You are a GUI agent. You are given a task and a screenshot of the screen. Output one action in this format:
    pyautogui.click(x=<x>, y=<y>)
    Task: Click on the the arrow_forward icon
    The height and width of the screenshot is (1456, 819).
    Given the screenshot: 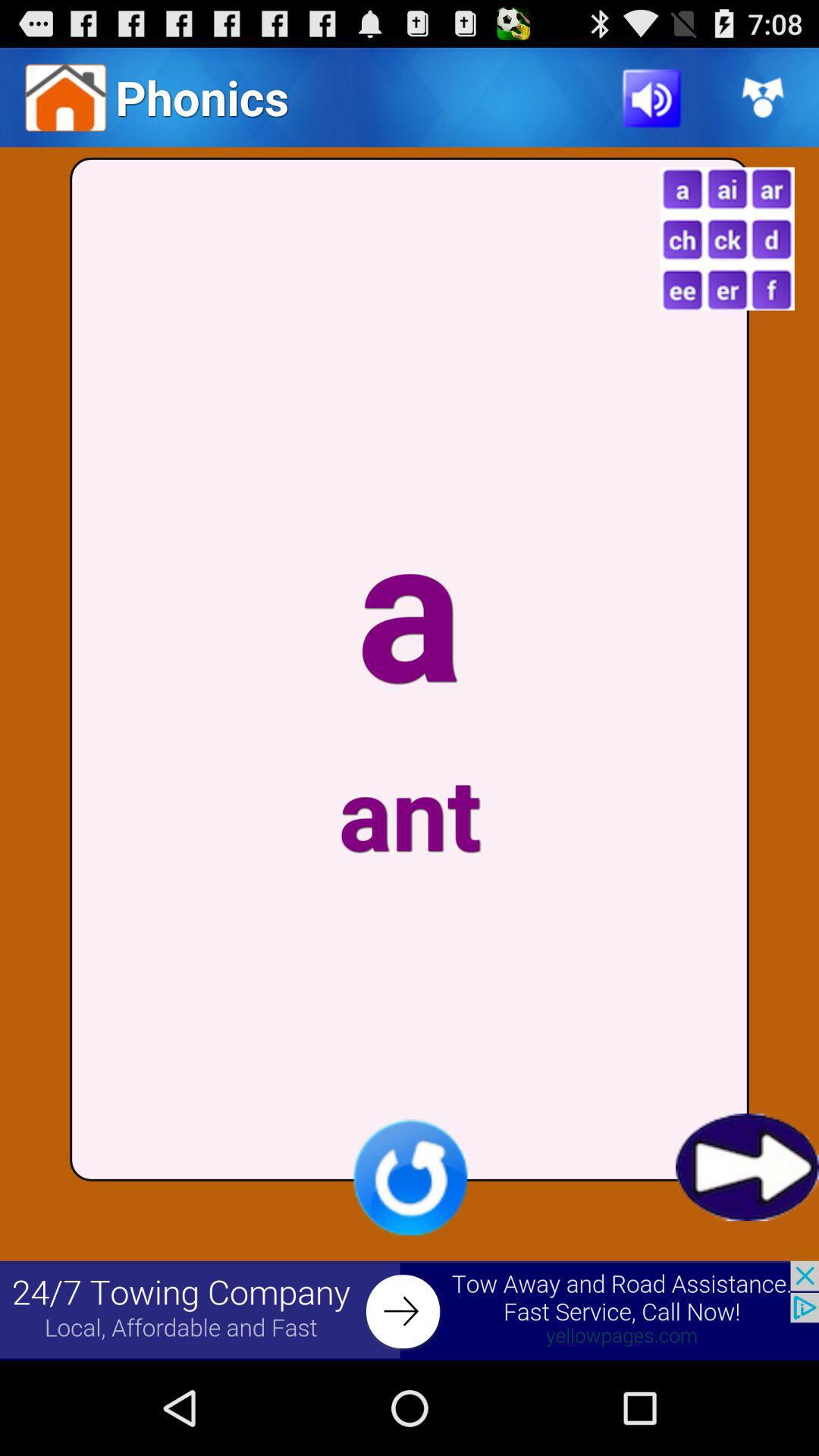 What is the action you would take?
    pyautogui.click(x=746, y=1249)
    